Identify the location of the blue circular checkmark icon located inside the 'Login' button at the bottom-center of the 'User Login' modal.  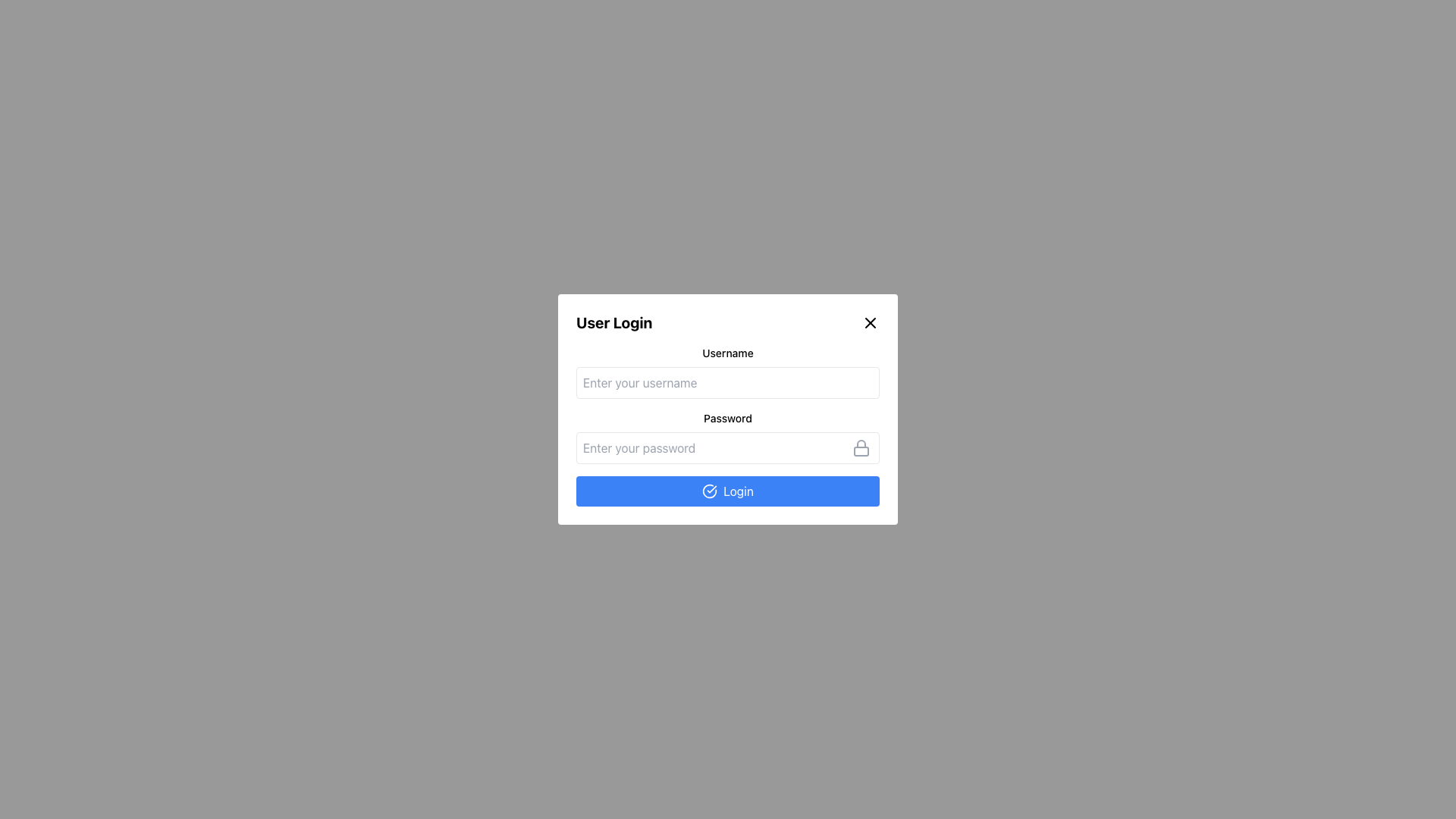
(709, 491).